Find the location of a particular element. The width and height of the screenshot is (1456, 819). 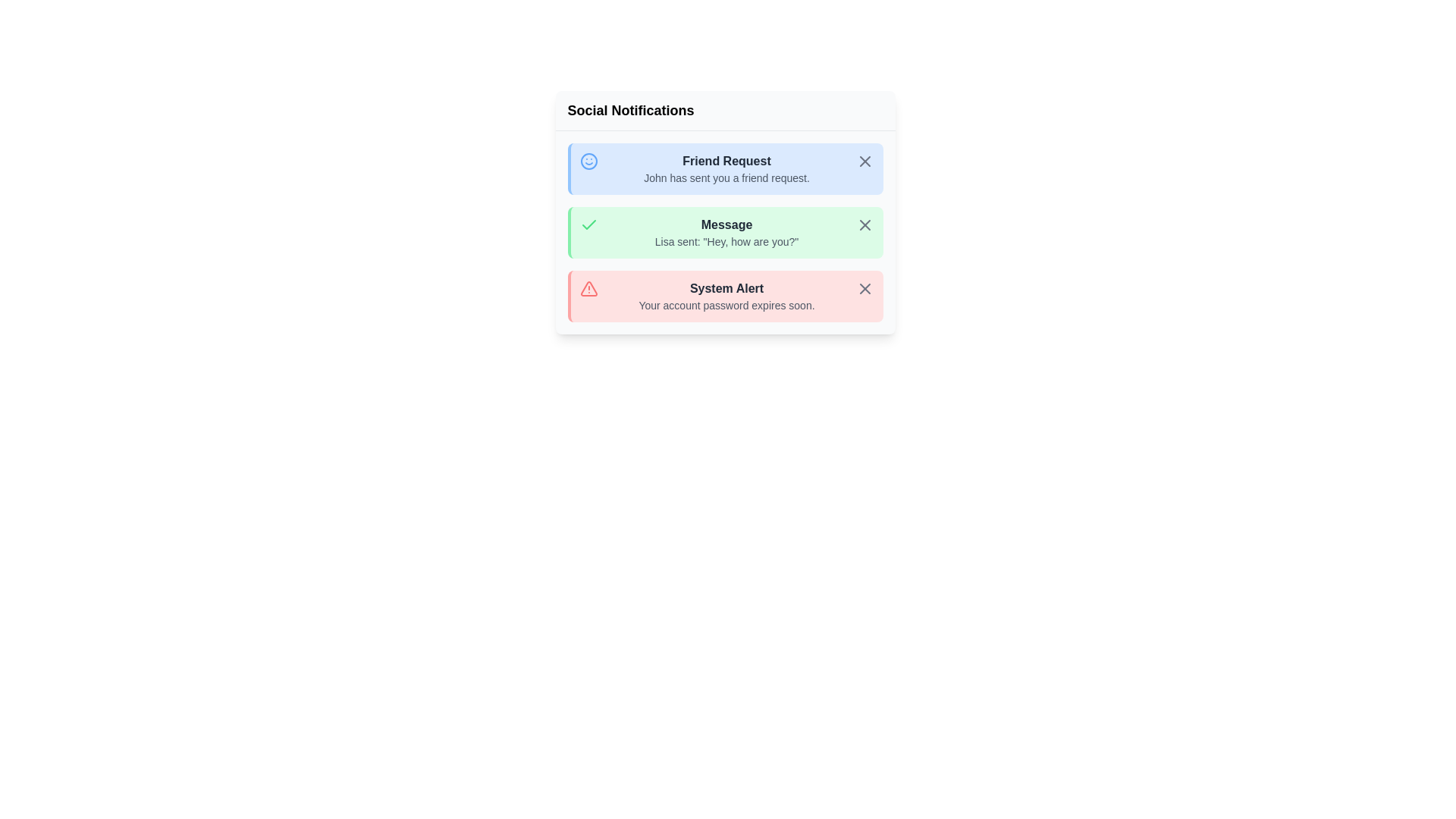

the close button located at the far-right end of the 'Friend Request' notification box in the 'Social Notifications' panel is located at coordinates (864, 161).